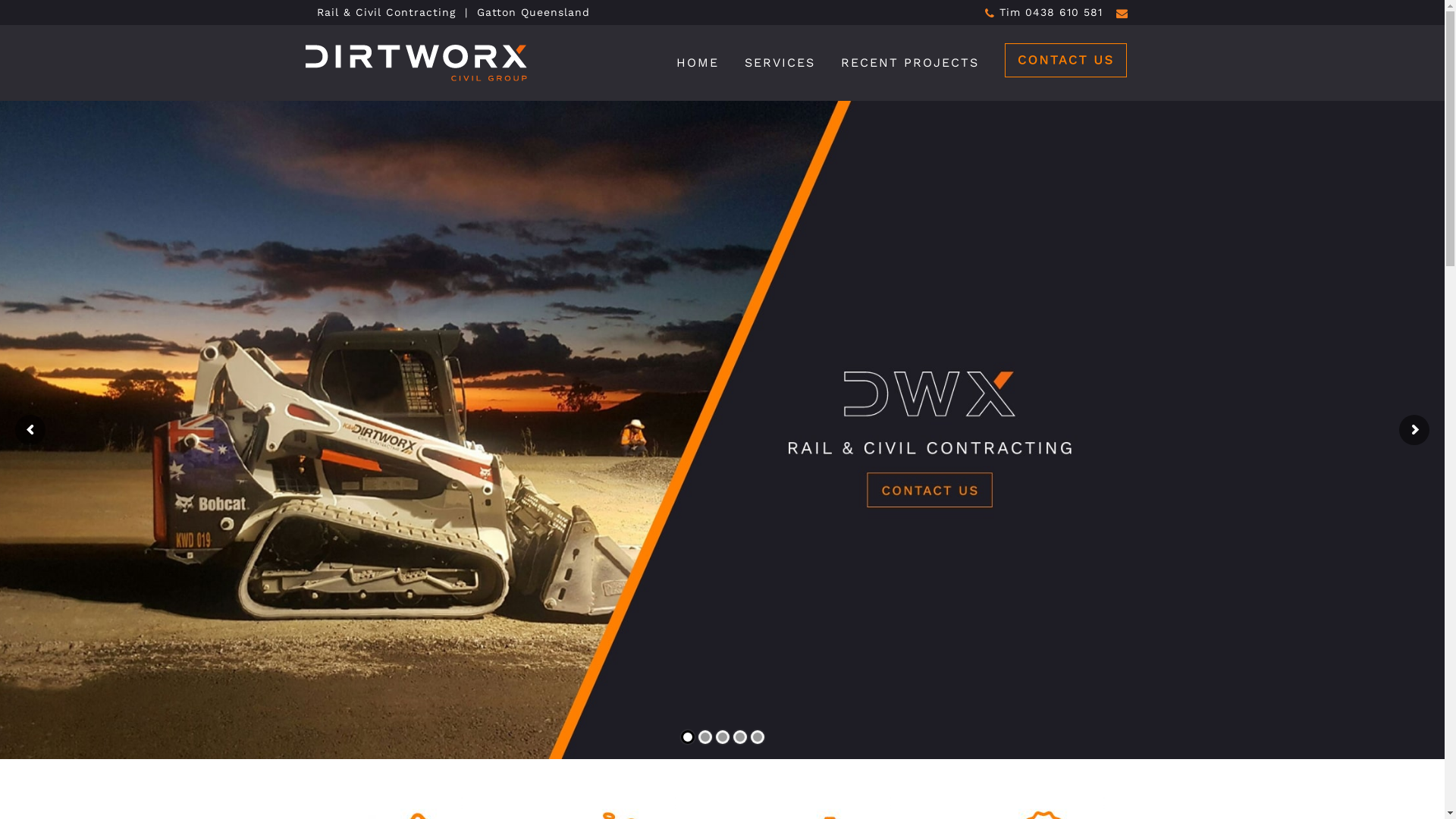 This screenshot has width=1456, height=819. What do you see at coordinates (910, 62) in the screenshot?
I see `'RECENT PROJECTS'` at bounding box center [910, 62].